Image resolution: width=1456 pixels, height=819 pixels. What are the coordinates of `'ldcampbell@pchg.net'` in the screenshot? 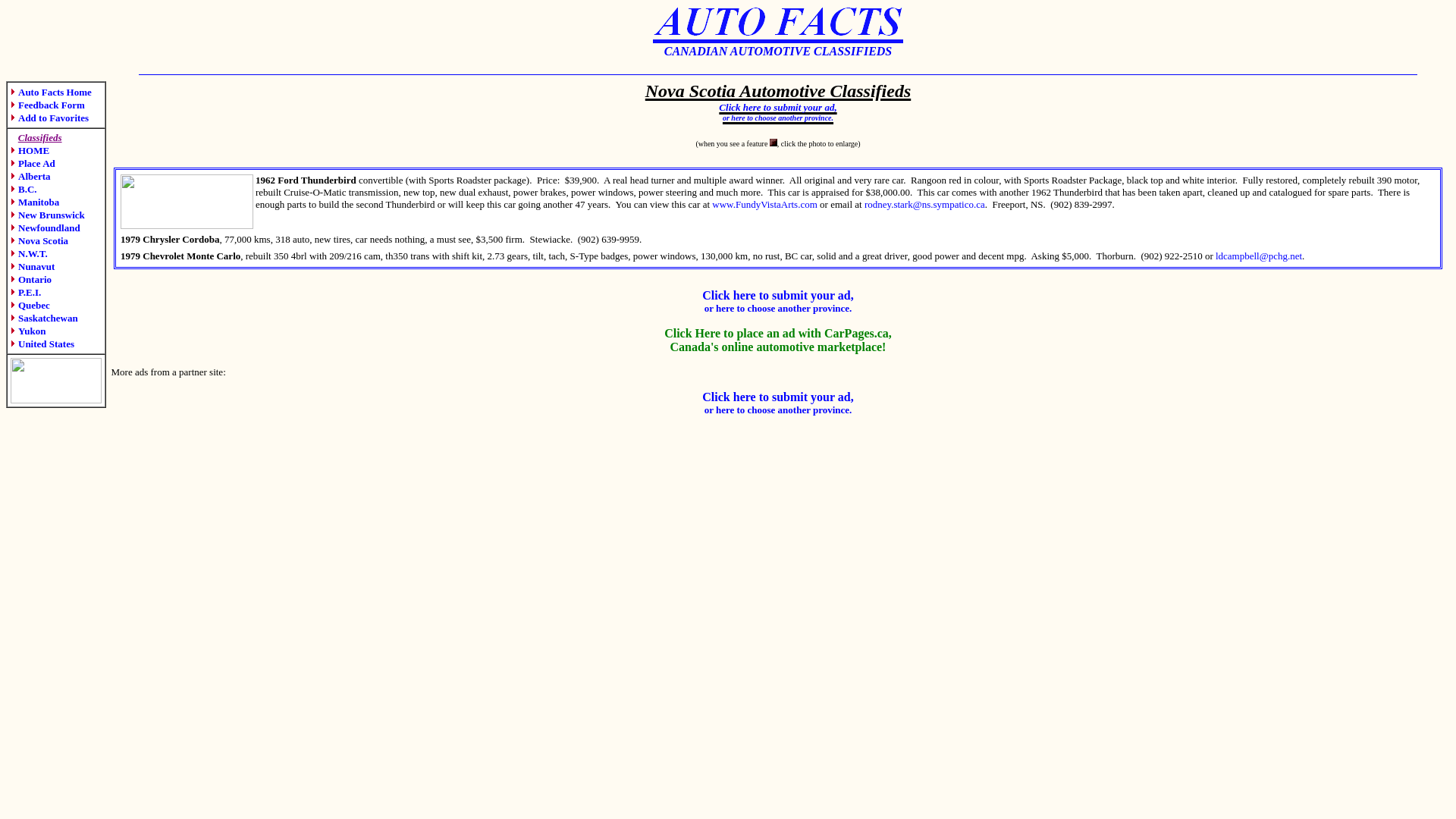 It's located at (1259, 255).